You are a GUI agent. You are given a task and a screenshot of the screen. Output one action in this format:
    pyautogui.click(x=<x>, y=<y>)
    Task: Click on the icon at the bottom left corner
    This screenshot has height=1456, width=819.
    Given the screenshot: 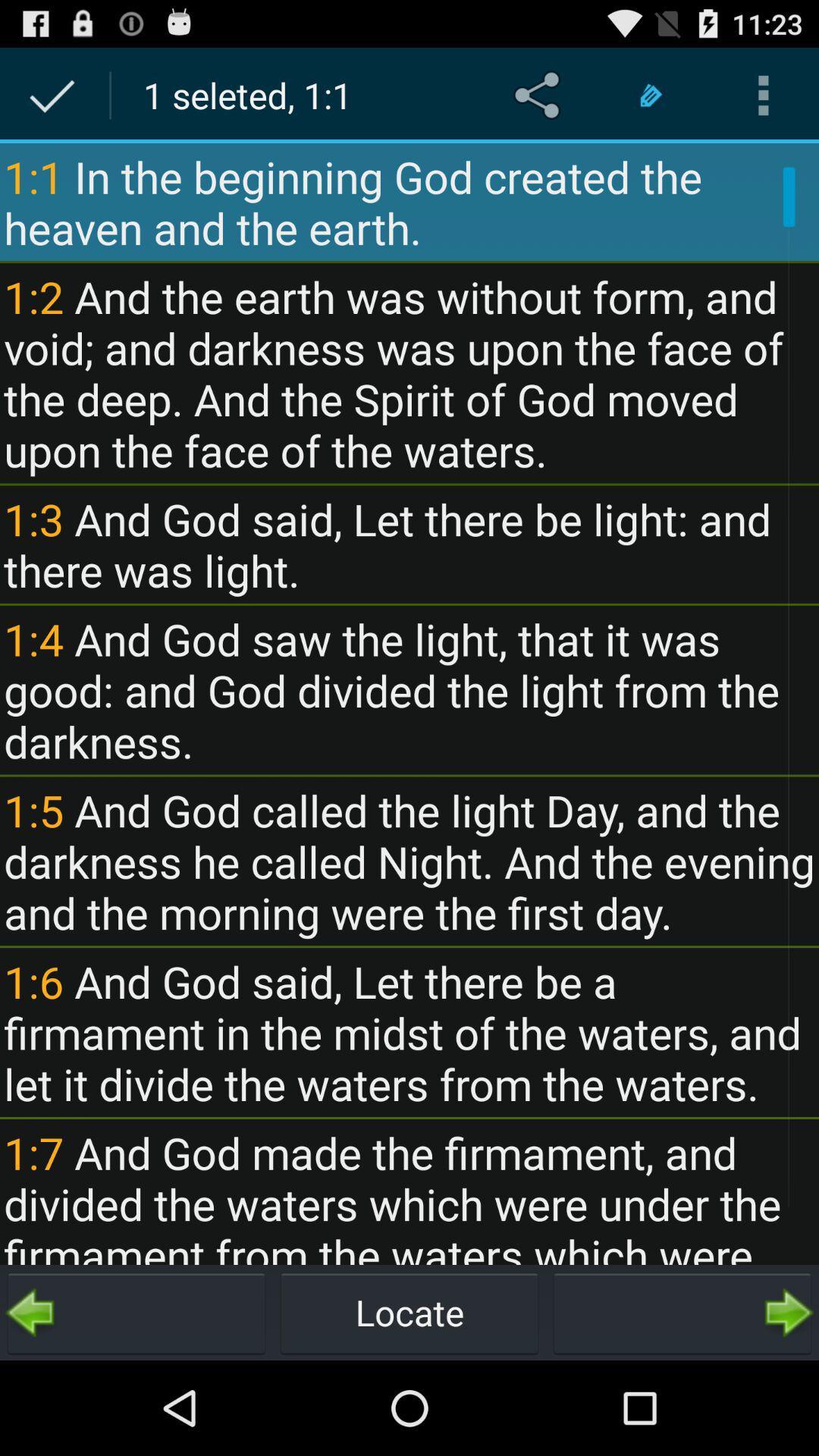 What is the action you would take?
    pyautogui.click(x=136, y=1312)
    